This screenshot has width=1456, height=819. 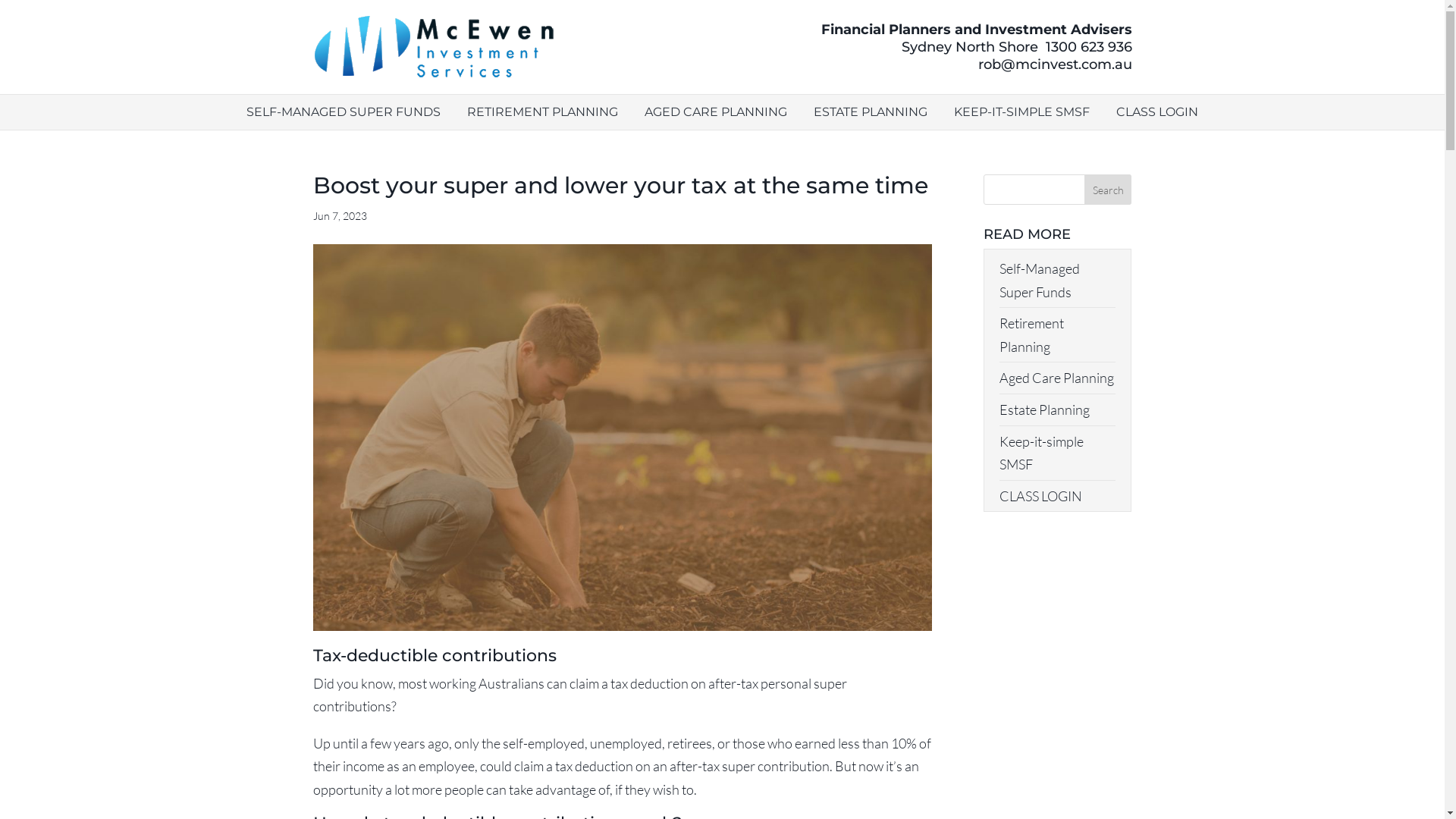 I want to click on 'KEEP-IT-SIMPLE SMSF', so click(x=1021, y=111).